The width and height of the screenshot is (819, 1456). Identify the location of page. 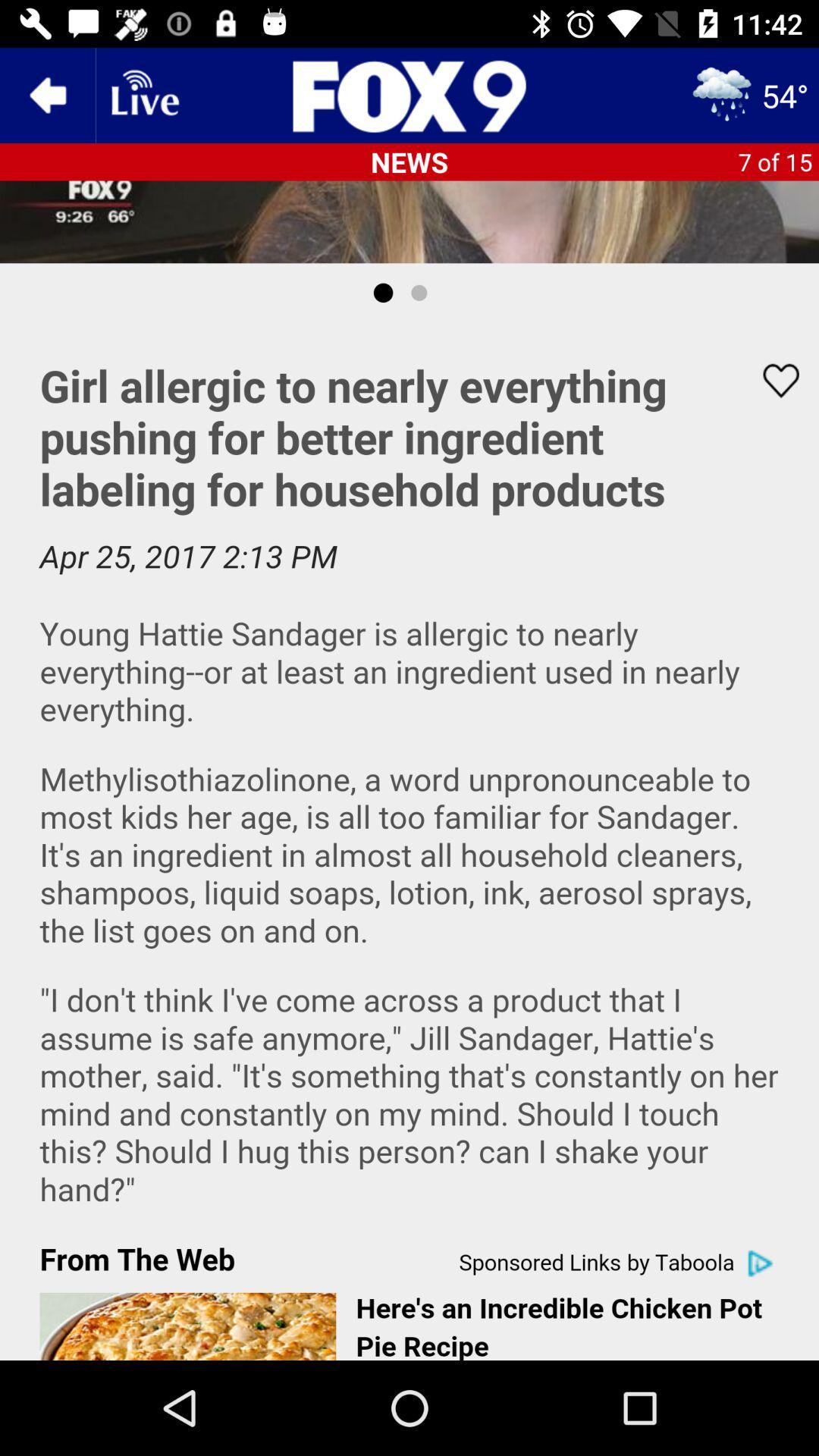
(771, 381).